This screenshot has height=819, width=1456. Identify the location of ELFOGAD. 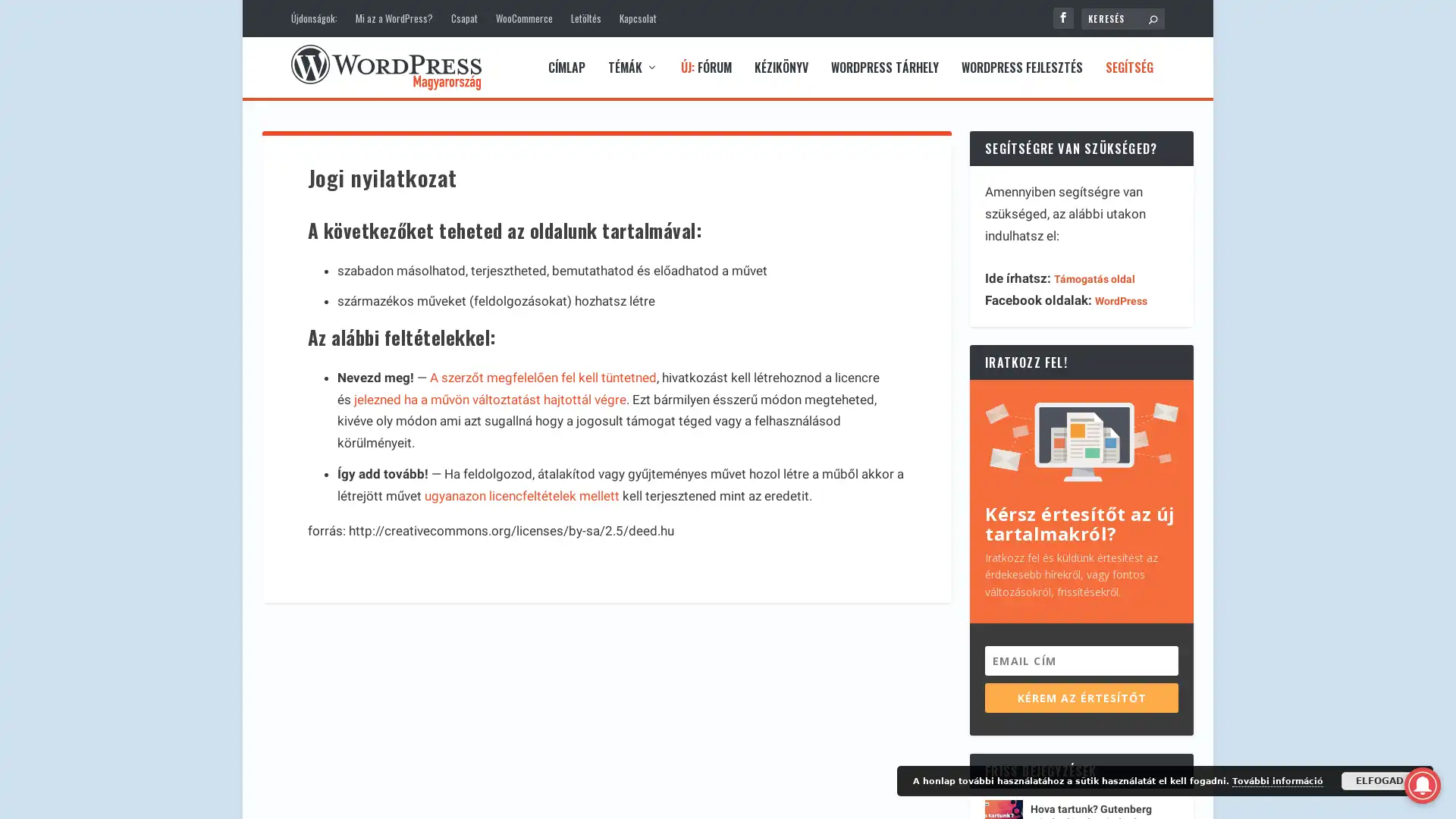
(1379, 780).